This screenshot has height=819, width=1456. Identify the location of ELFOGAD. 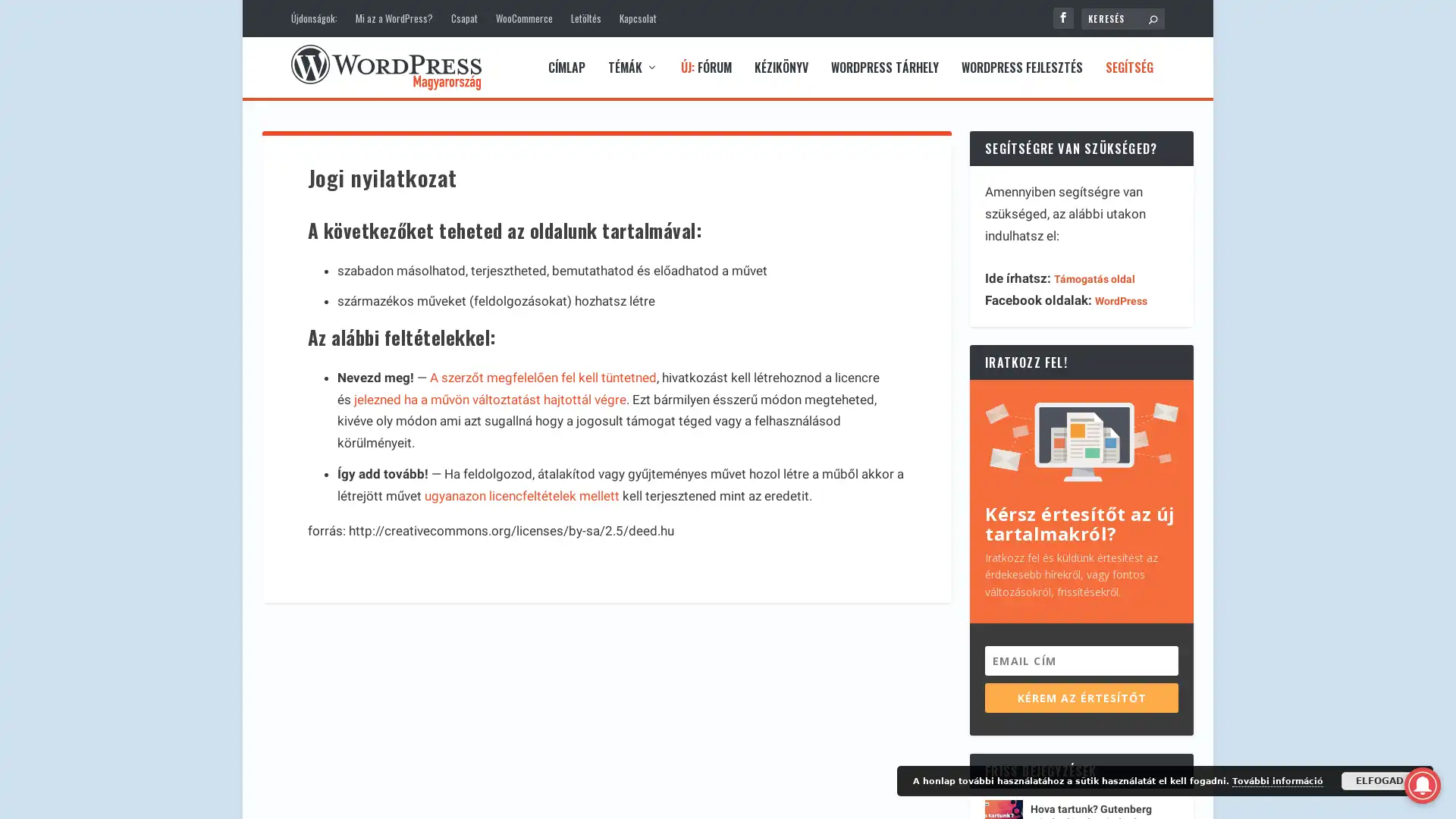
(1379, 780).